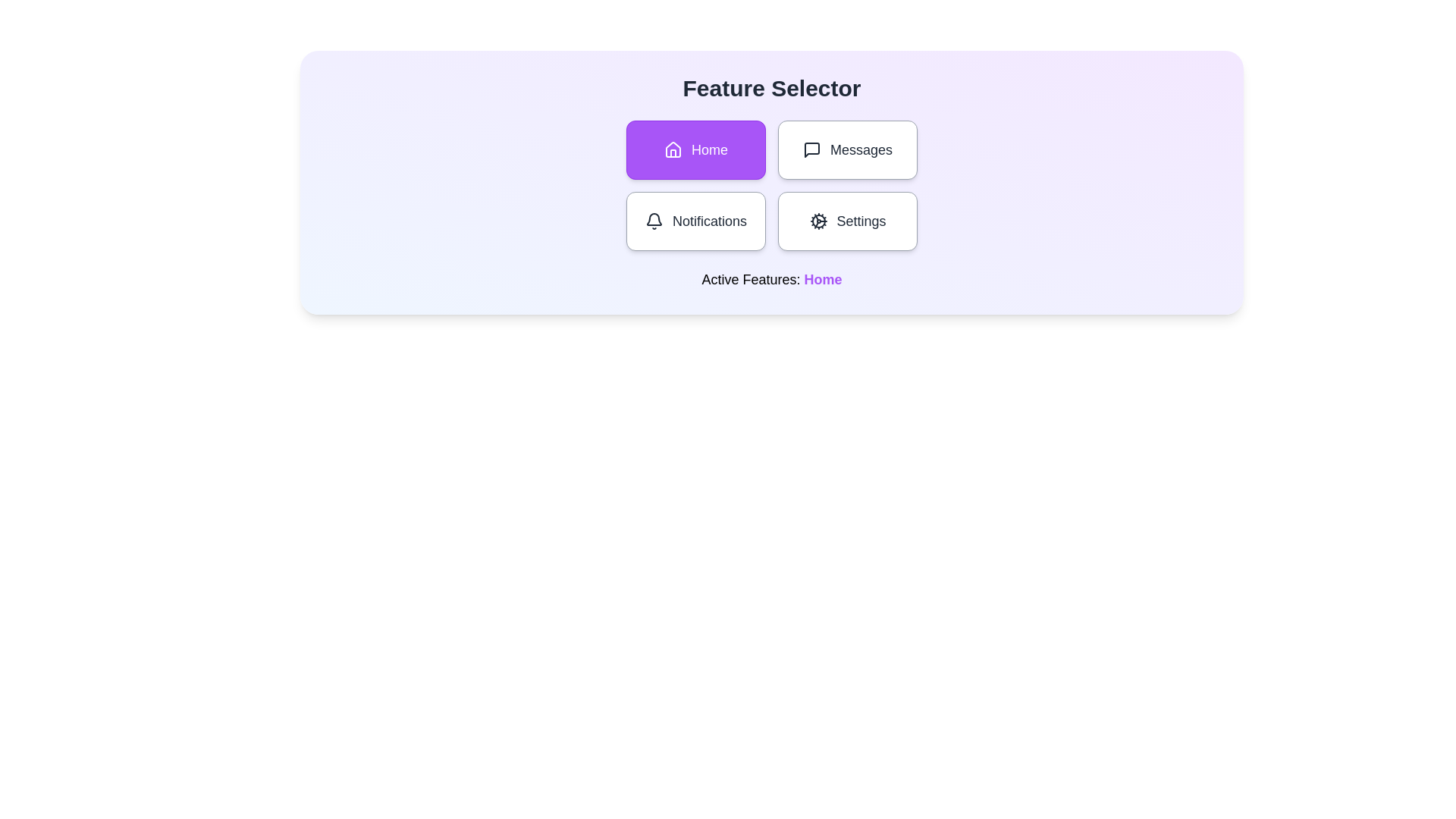 This screenshot has width=1456, height=819. I want to click on the 'Home' button, which includes the SVG icon representing the home feature, located in the top row of the buttons grid in the 'Feature Selector' interface, so click(673, 149).